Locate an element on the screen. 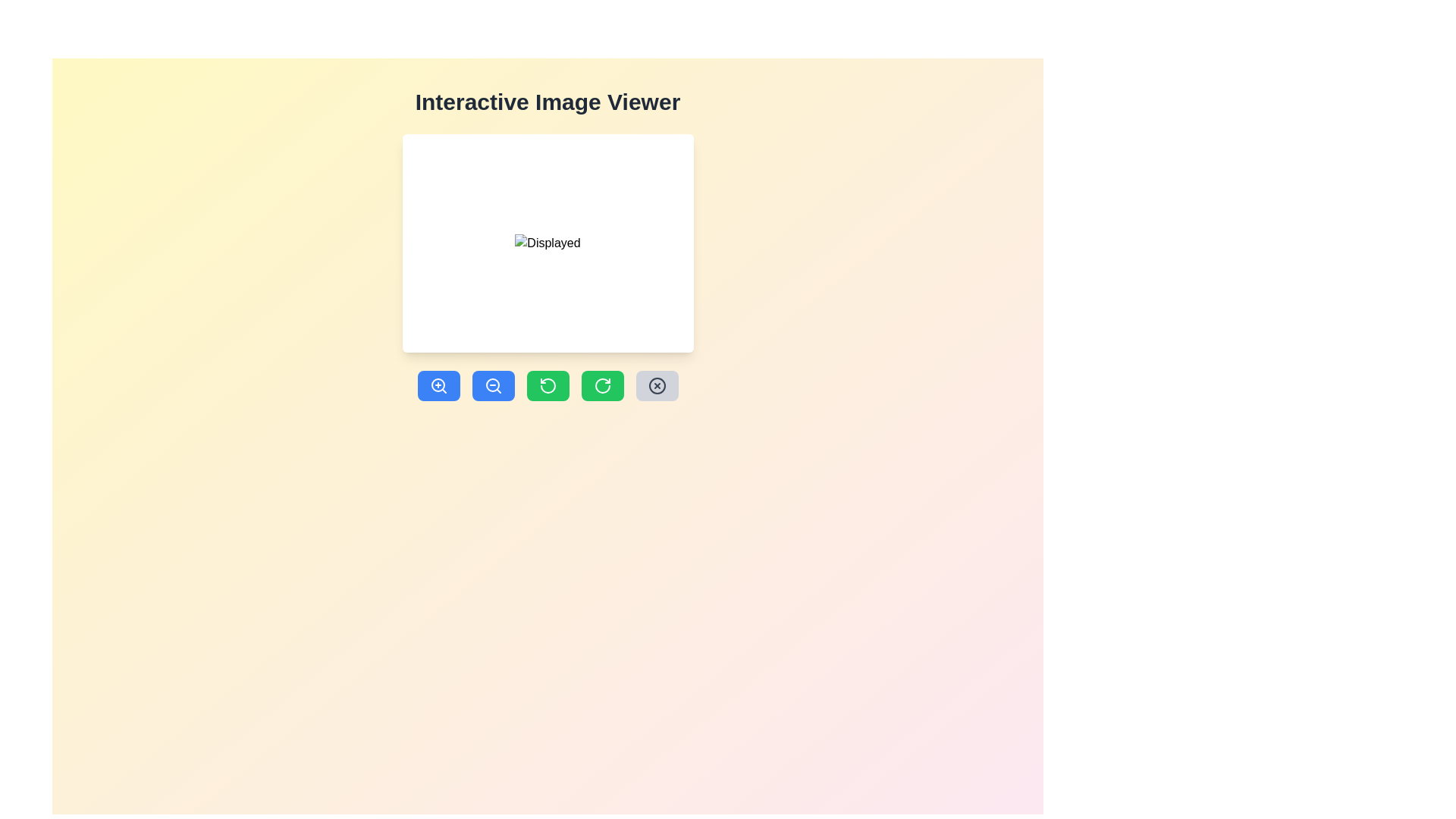  the central circular part of the zoom-in icon, which is the first icon in the button row beneath the image viewer is located at coordinates (437, 384).